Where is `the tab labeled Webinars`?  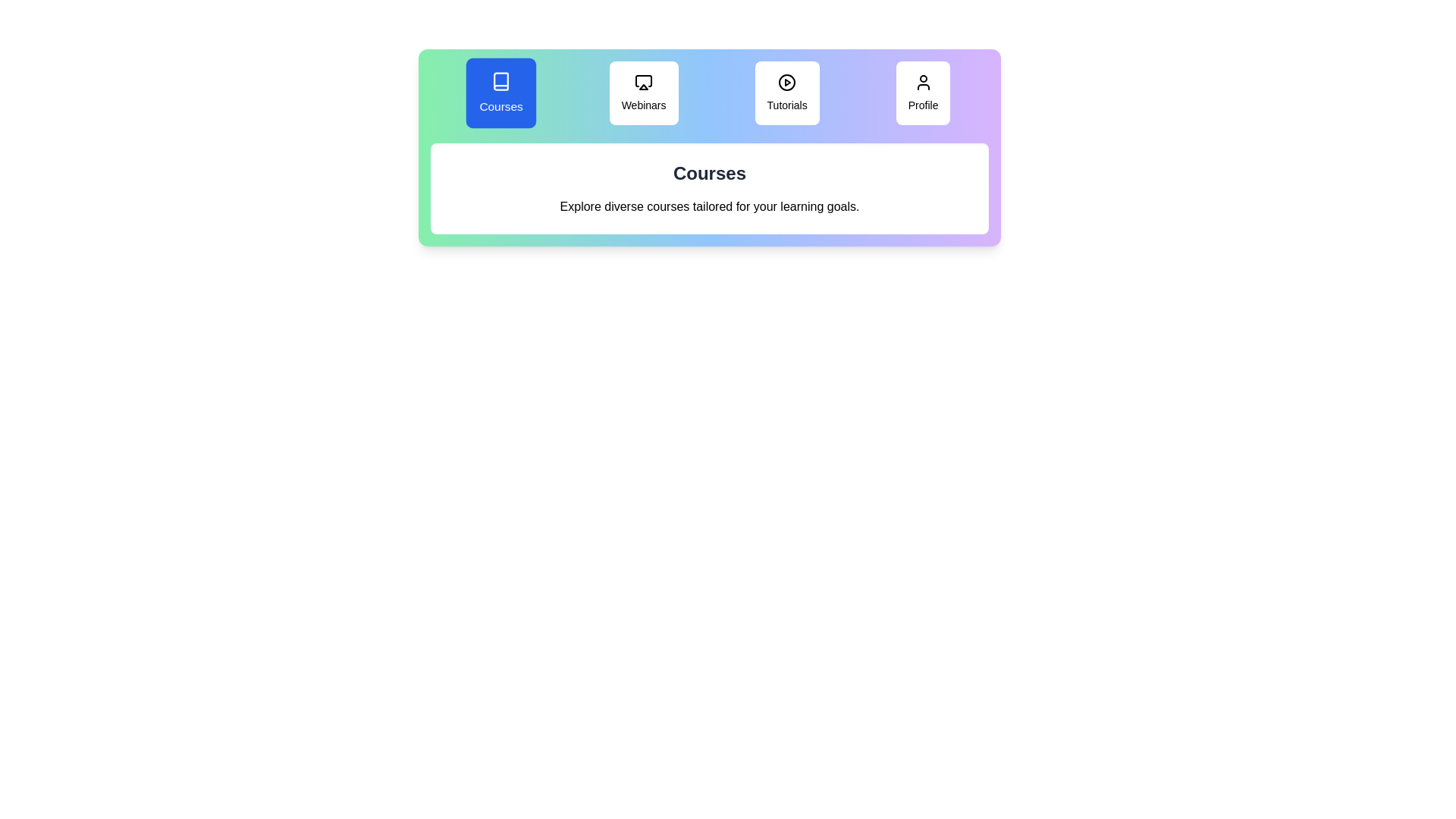 the tab labeled Webinars is located at coordinates (644, 93).